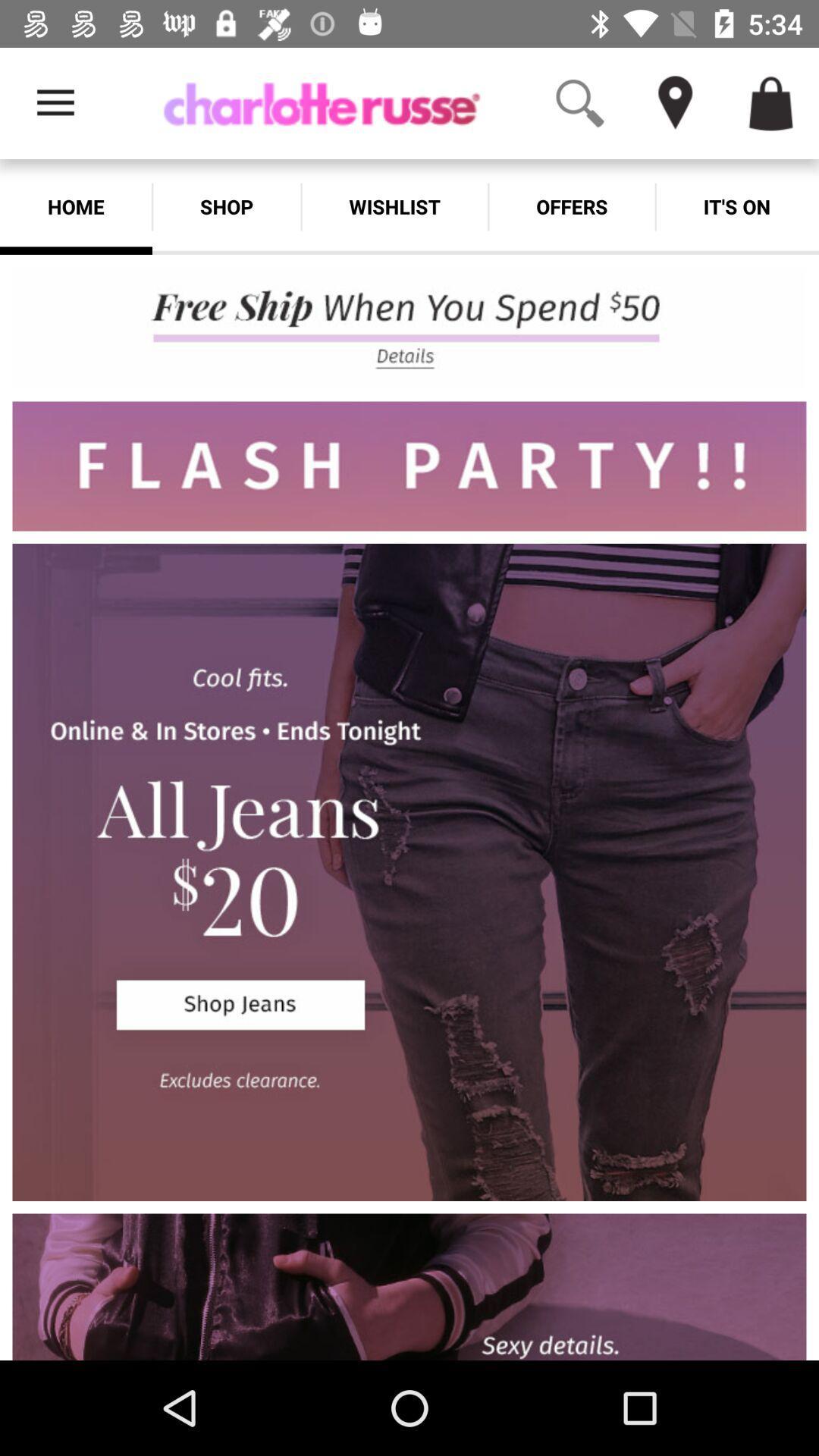 The width and height of the screenshot is (819, 1456). I want to click on item next to offers app, so click(736, 206).